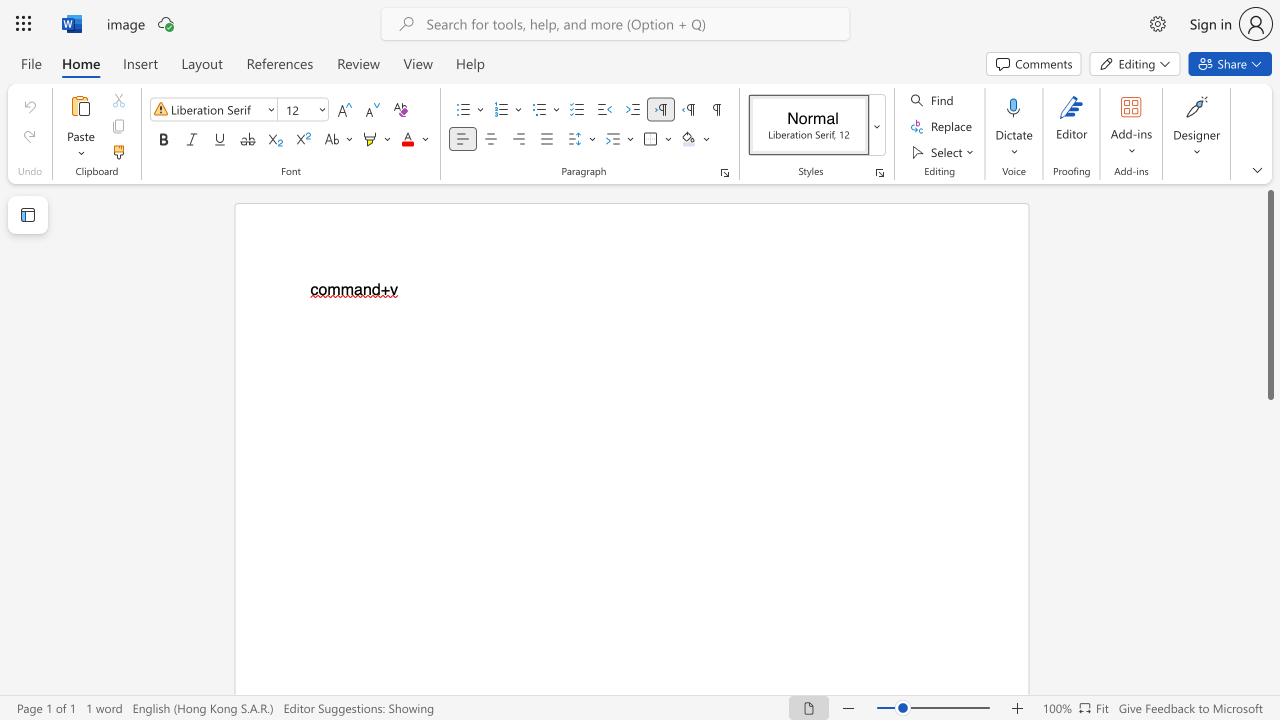 The height and width of the screenshot is (720, 1280). What do you see at coordinates (1269, 688) in the screenshot?
I see `the scrollbar on the side` at bounding box center [1269, 688].